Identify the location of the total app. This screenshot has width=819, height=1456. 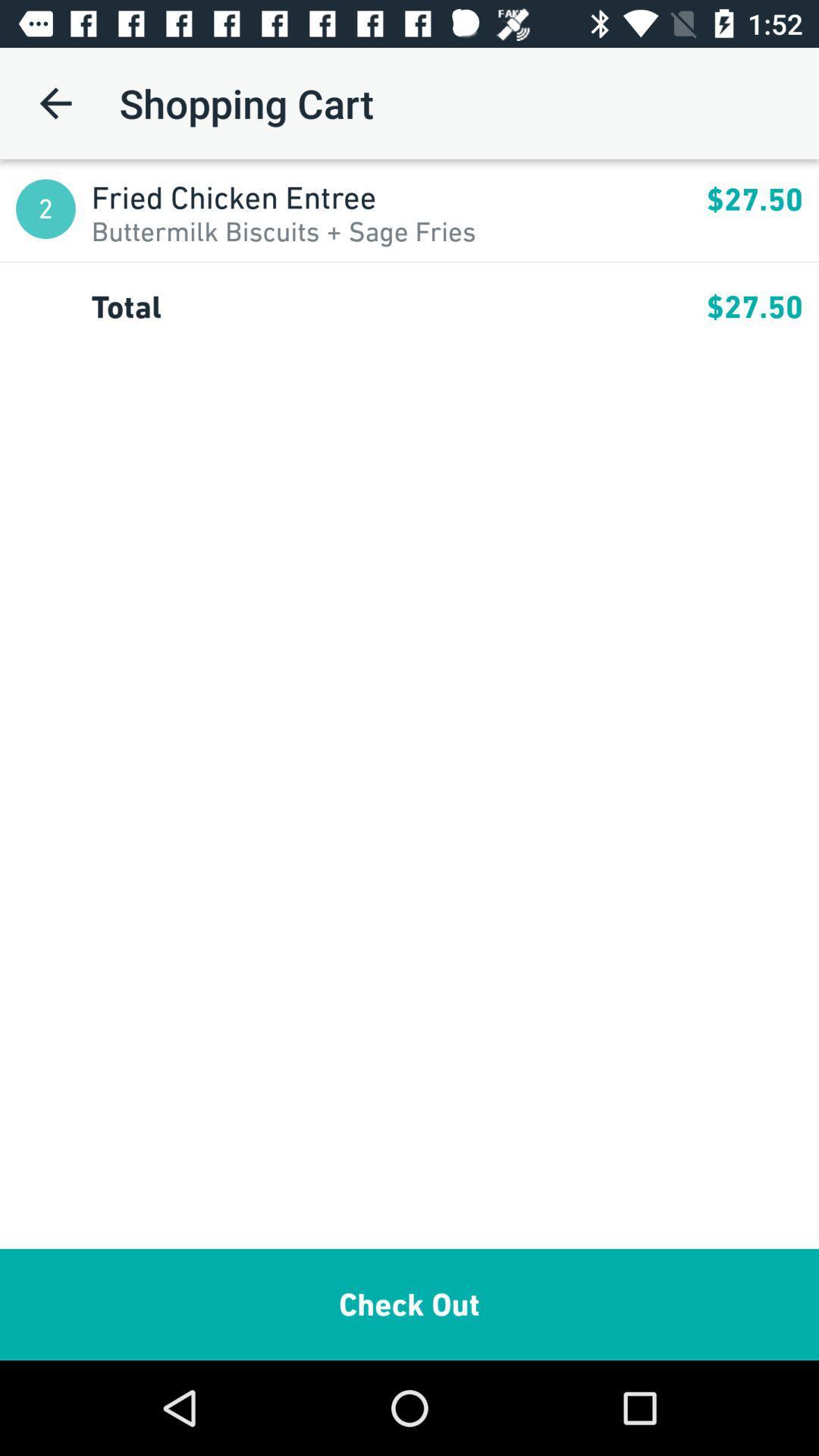
(398, 306).